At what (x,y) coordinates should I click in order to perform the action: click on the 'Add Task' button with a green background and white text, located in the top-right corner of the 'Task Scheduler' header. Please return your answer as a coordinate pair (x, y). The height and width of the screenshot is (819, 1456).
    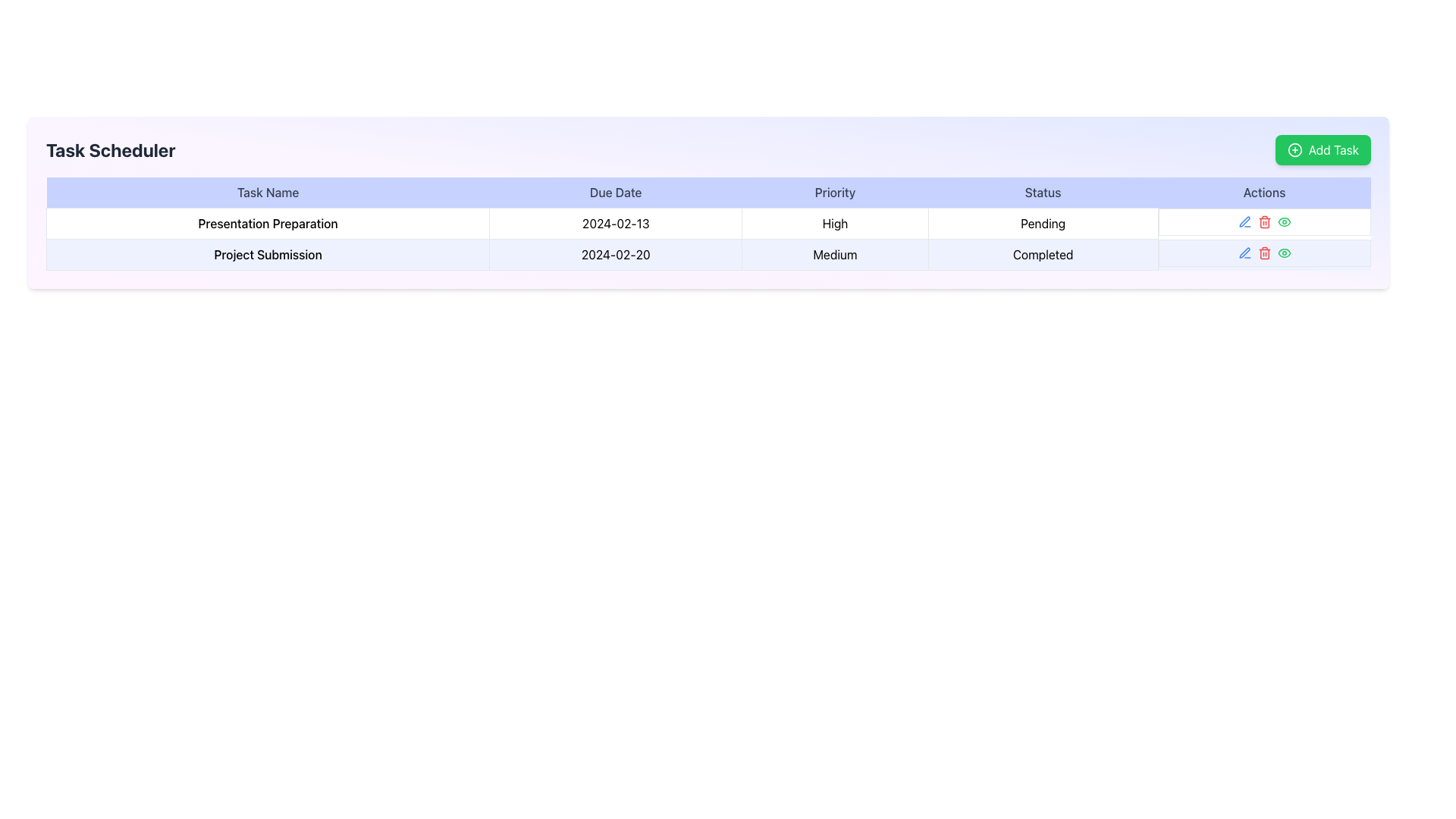
    Looking at the image, I should click on (1322, 149).